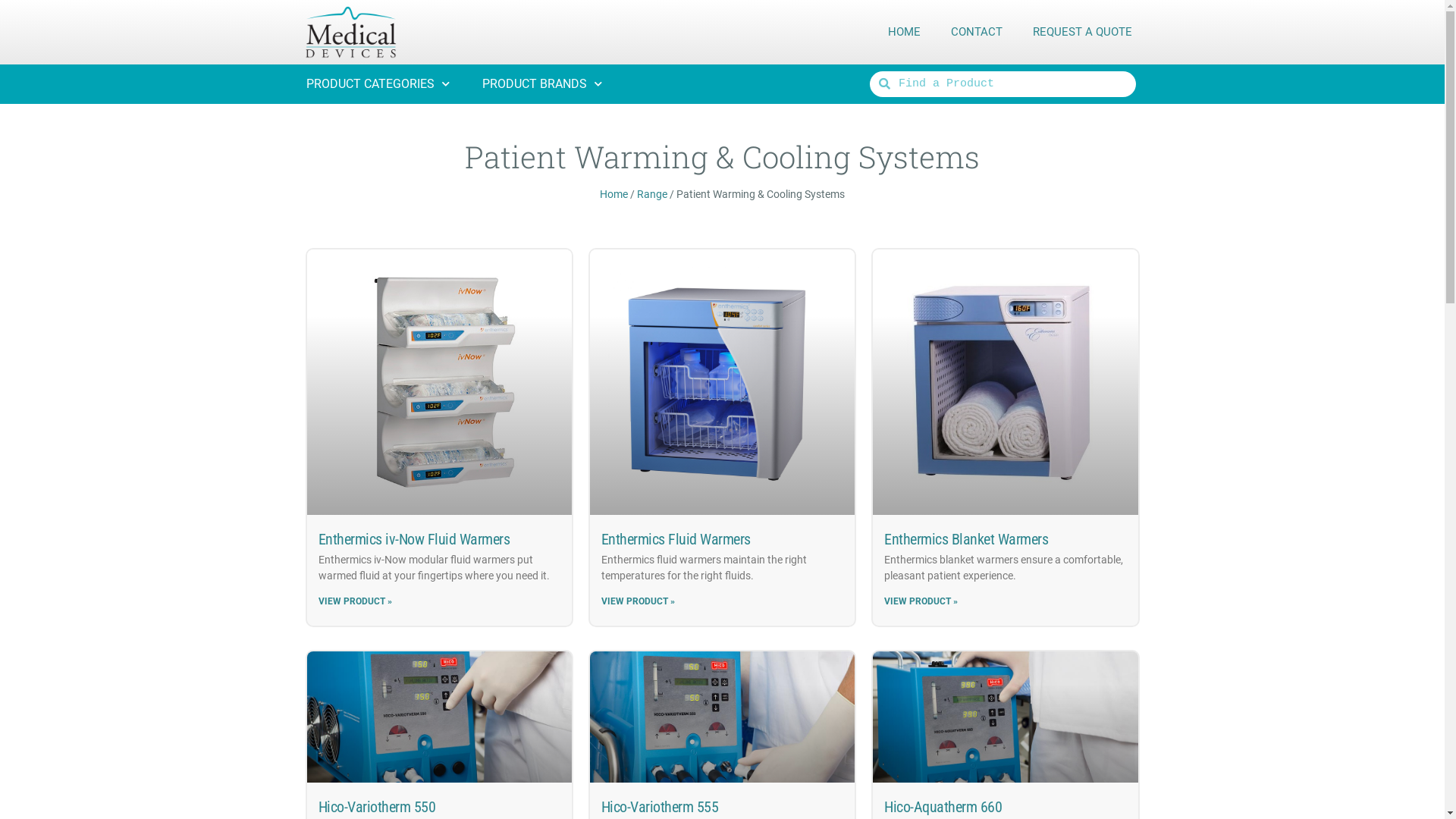 This screenshot has height=819, width=1456. I want to click on 'CONTACT', so click(976, 32).